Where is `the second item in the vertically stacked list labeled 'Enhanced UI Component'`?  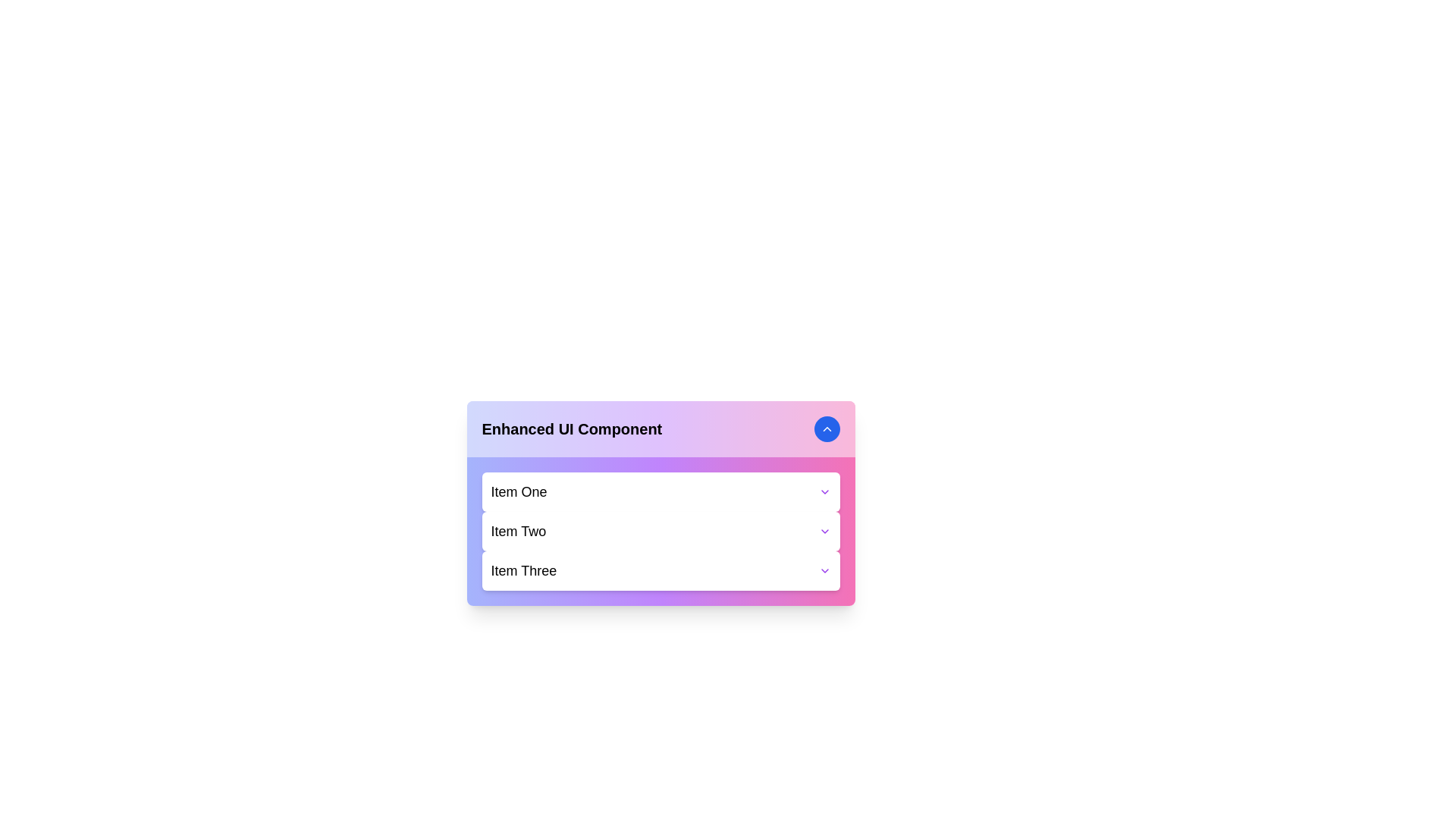
the second item in the vertically stacked list labeled 'Enhanced UI Component' is located at coordinates (661, 531).